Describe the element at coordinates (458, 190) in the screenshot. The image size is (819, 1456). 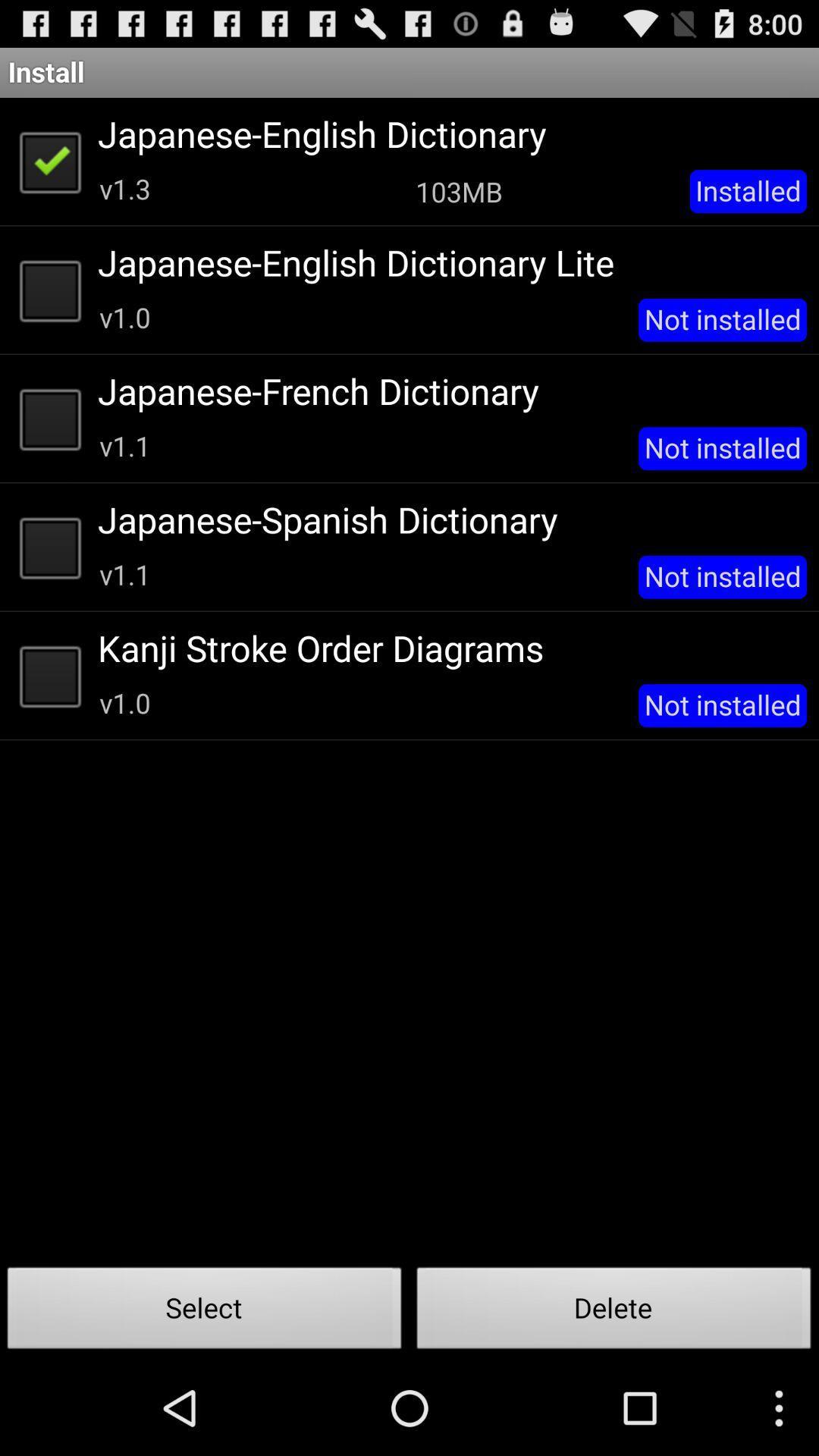
I see `103mb item` at that location.